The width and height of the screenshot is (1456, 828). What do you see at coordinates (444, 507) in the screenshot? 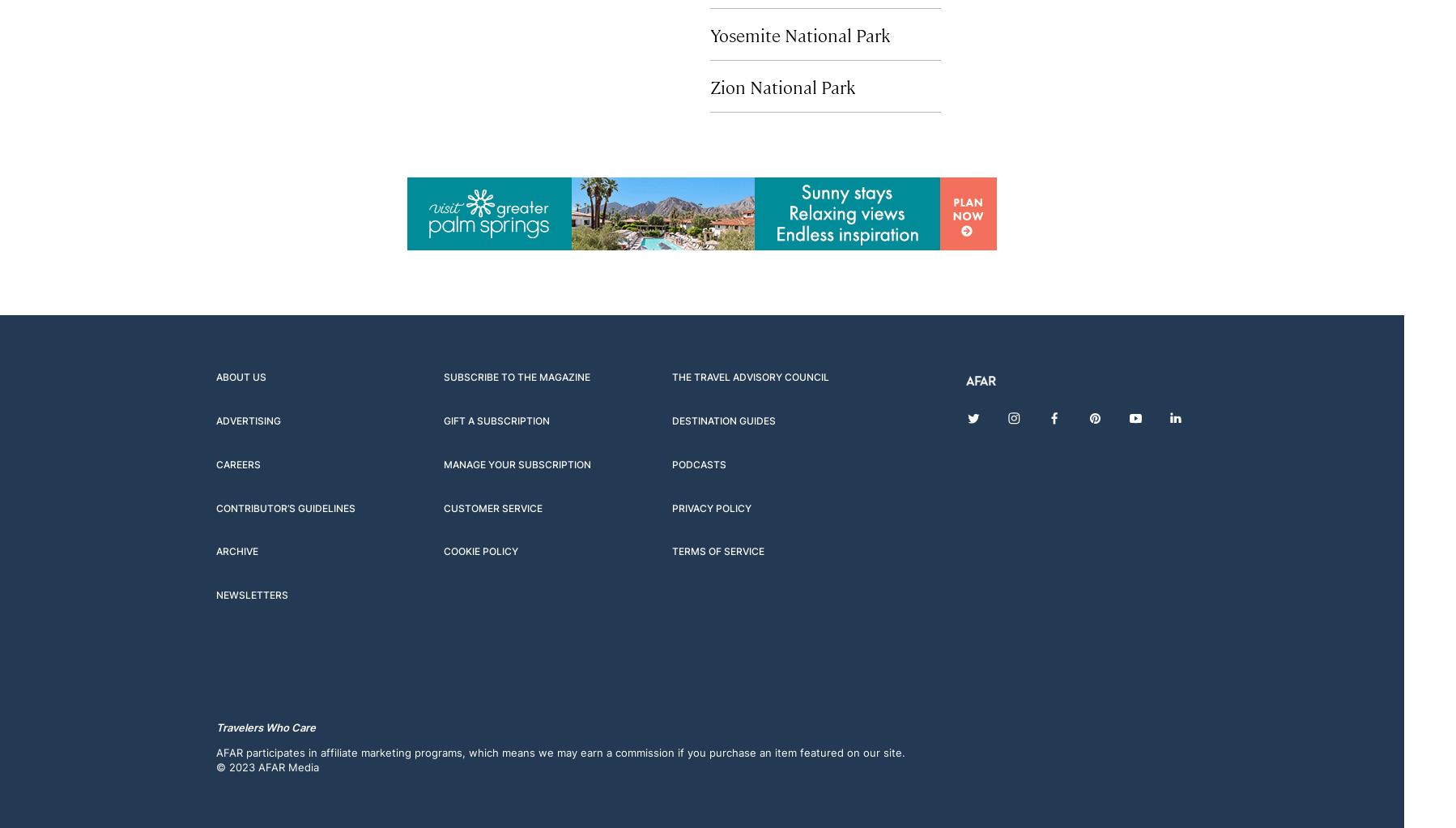
I see `'Customer Service'` at bounding box center [444, 507].